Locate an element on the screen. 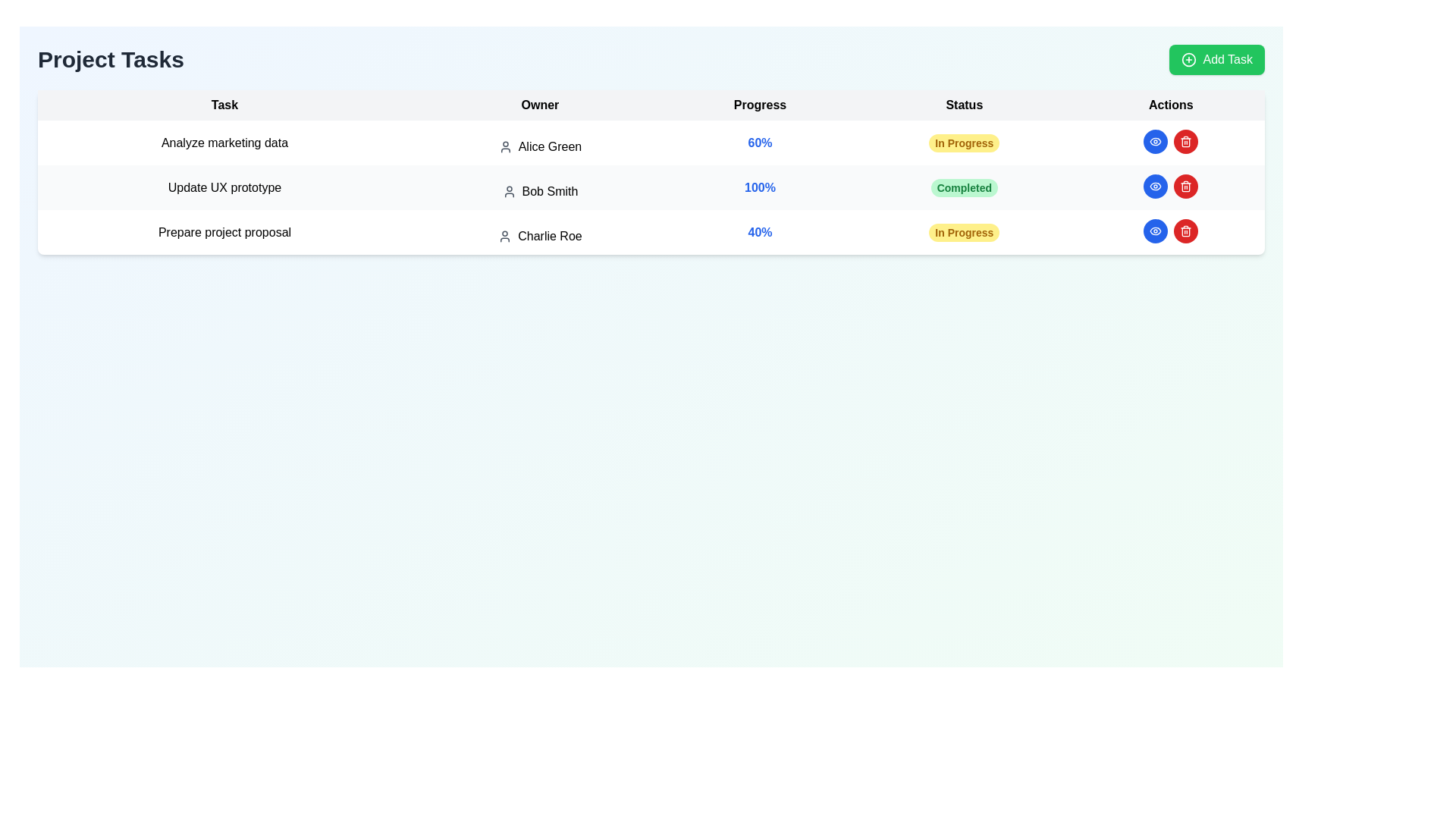 Image resolution: width=1456 pixels, height=819 pixels. the 'view' button located in the 'Actions' column of the second row in the task management table is located at coordinates (1154, 186).